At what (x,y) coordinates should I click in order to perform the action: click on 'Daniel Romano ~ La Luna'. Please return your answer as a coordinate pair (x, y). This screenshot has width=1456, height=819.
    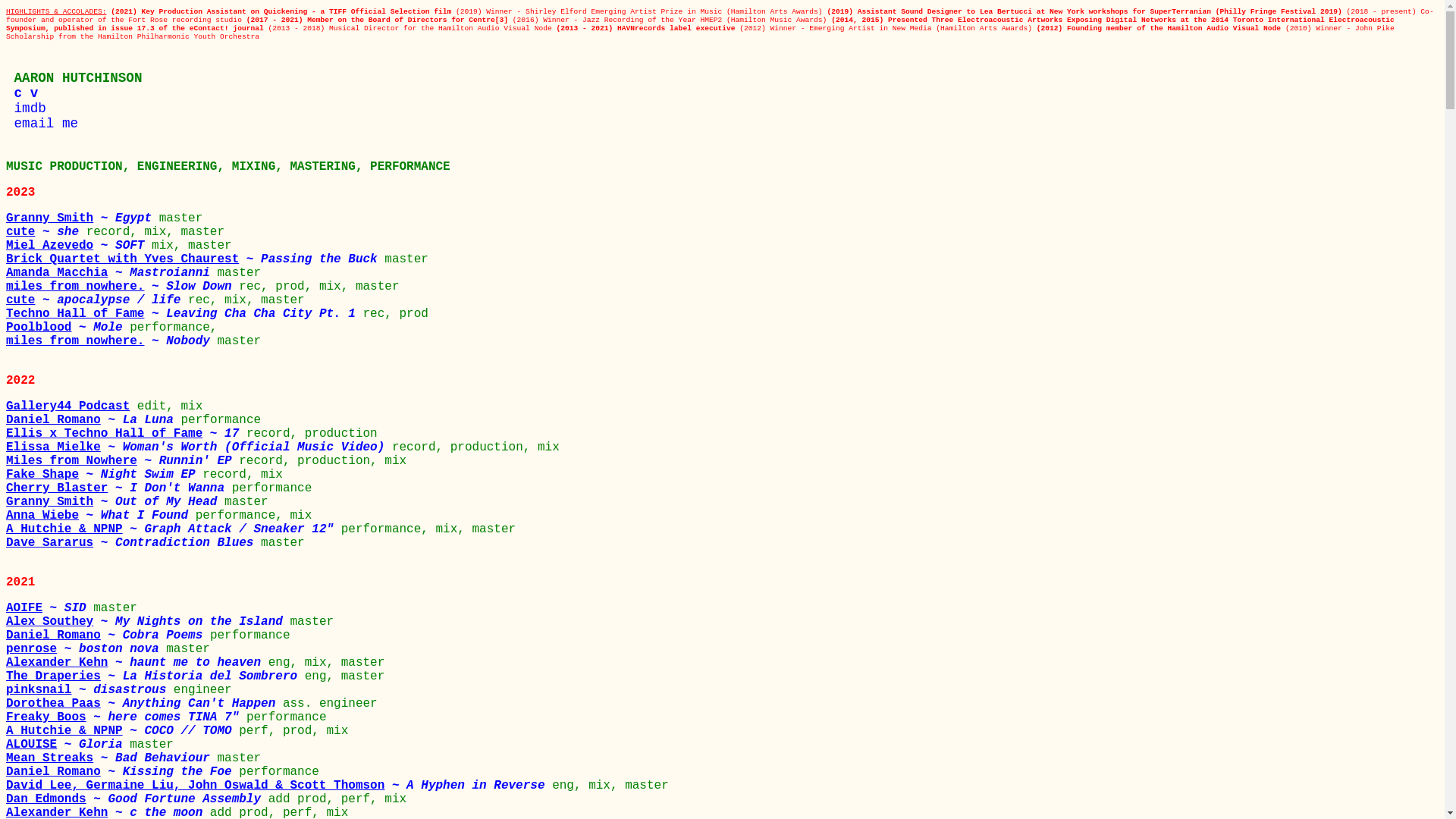
    Looking at the image, I should click on (93, 420).